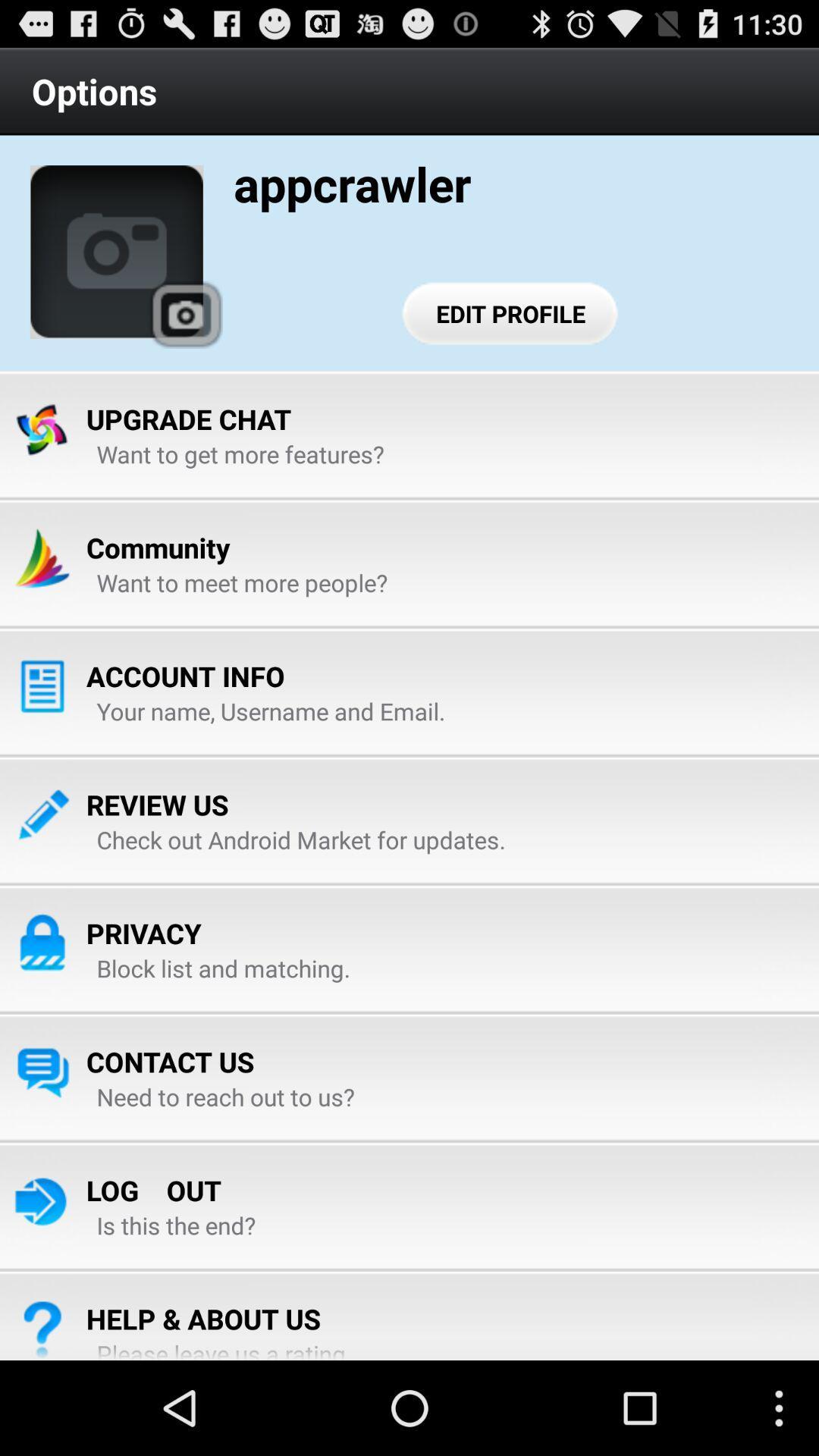 This screenshot has width=819, height=1456. Describe the element at coordinates (153, 1189) in the screenshot. I see `the icon above the is this the icon` at that location.